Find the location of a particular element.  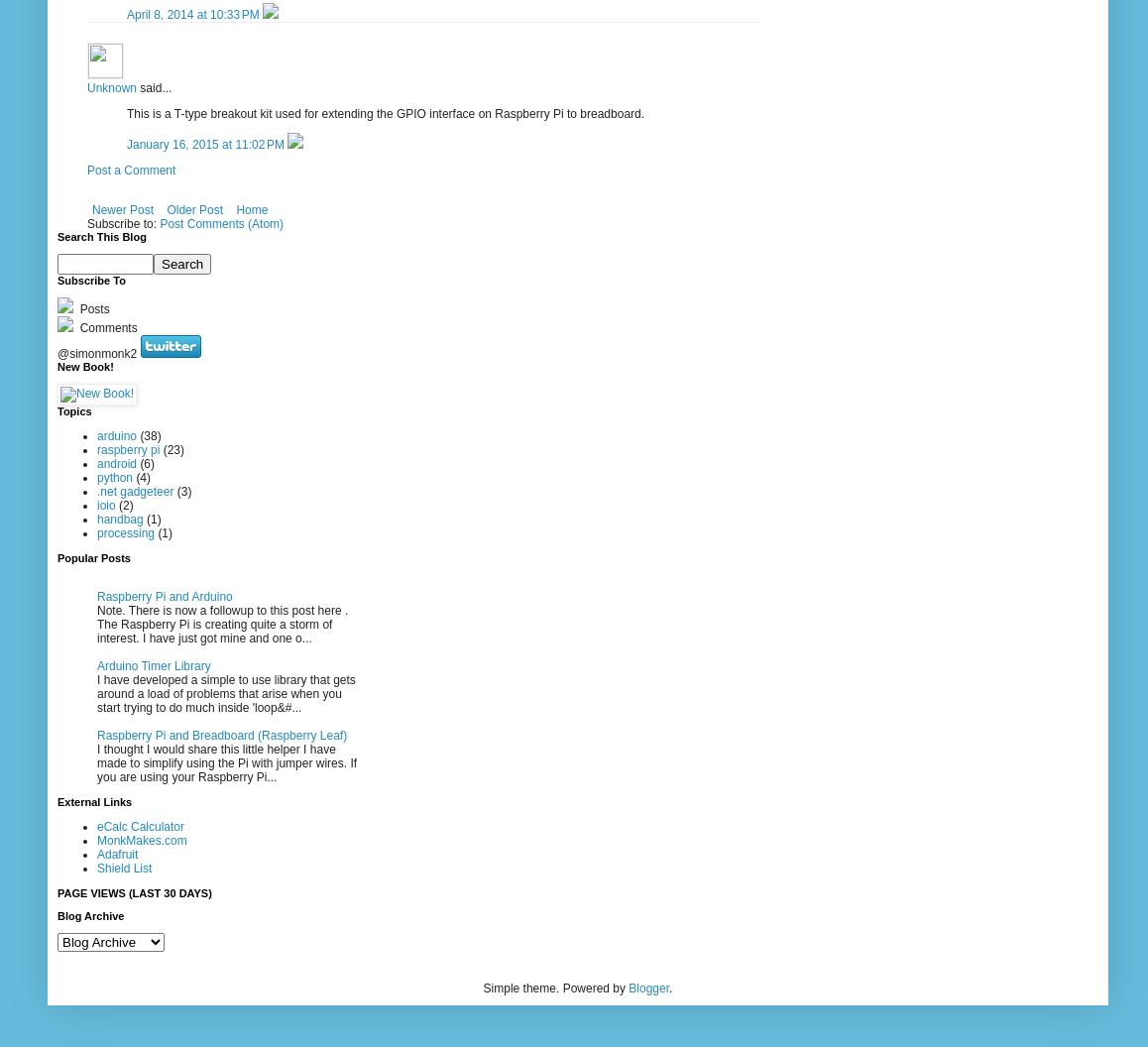

'ioio' is located at coordinates (105, 503).